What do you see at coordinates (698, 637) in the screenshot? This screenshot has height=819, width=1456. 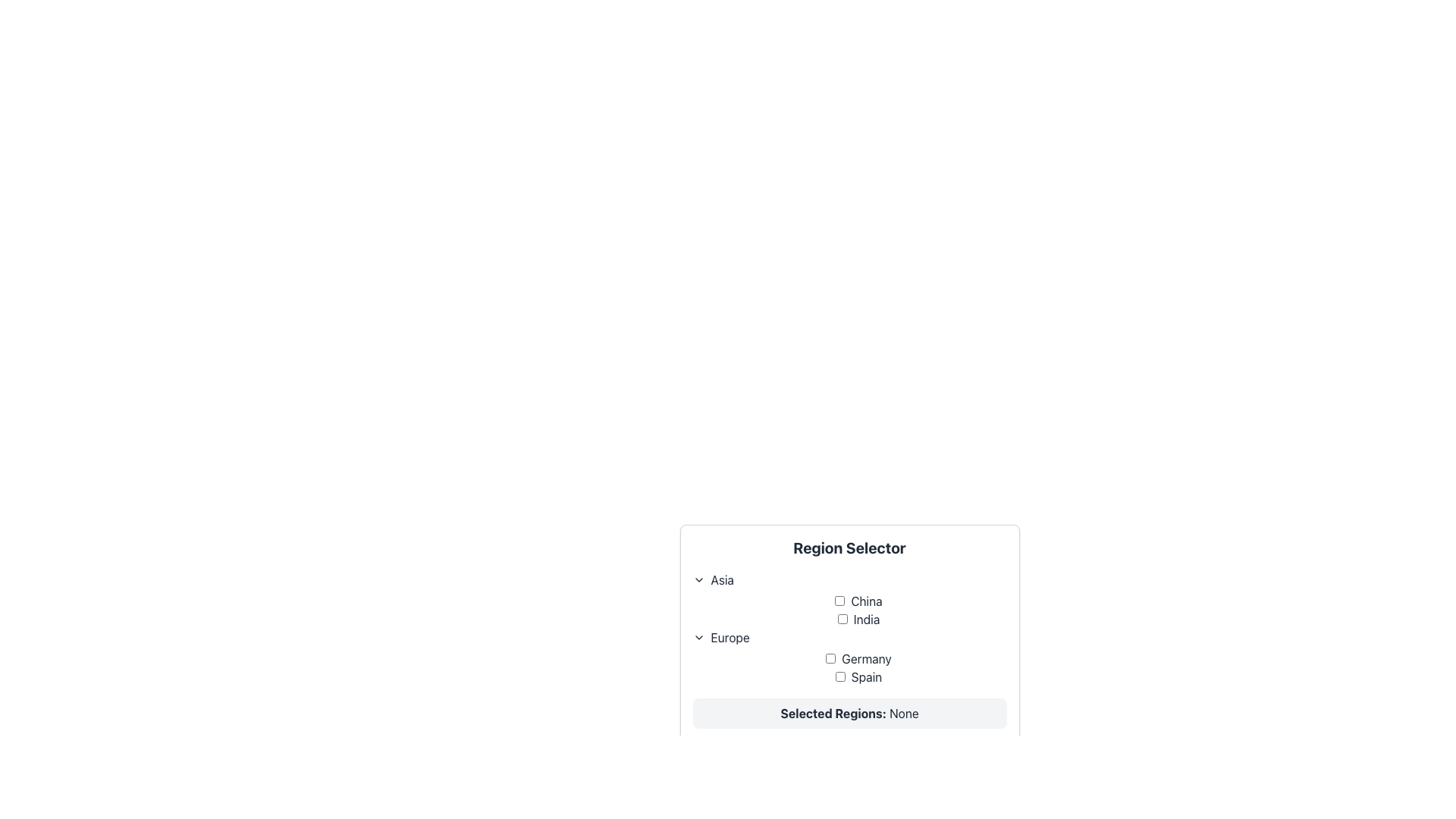 I see `the chevron icon located immediately to the left of the 'Europe' label` at bounding box center [698, 637].